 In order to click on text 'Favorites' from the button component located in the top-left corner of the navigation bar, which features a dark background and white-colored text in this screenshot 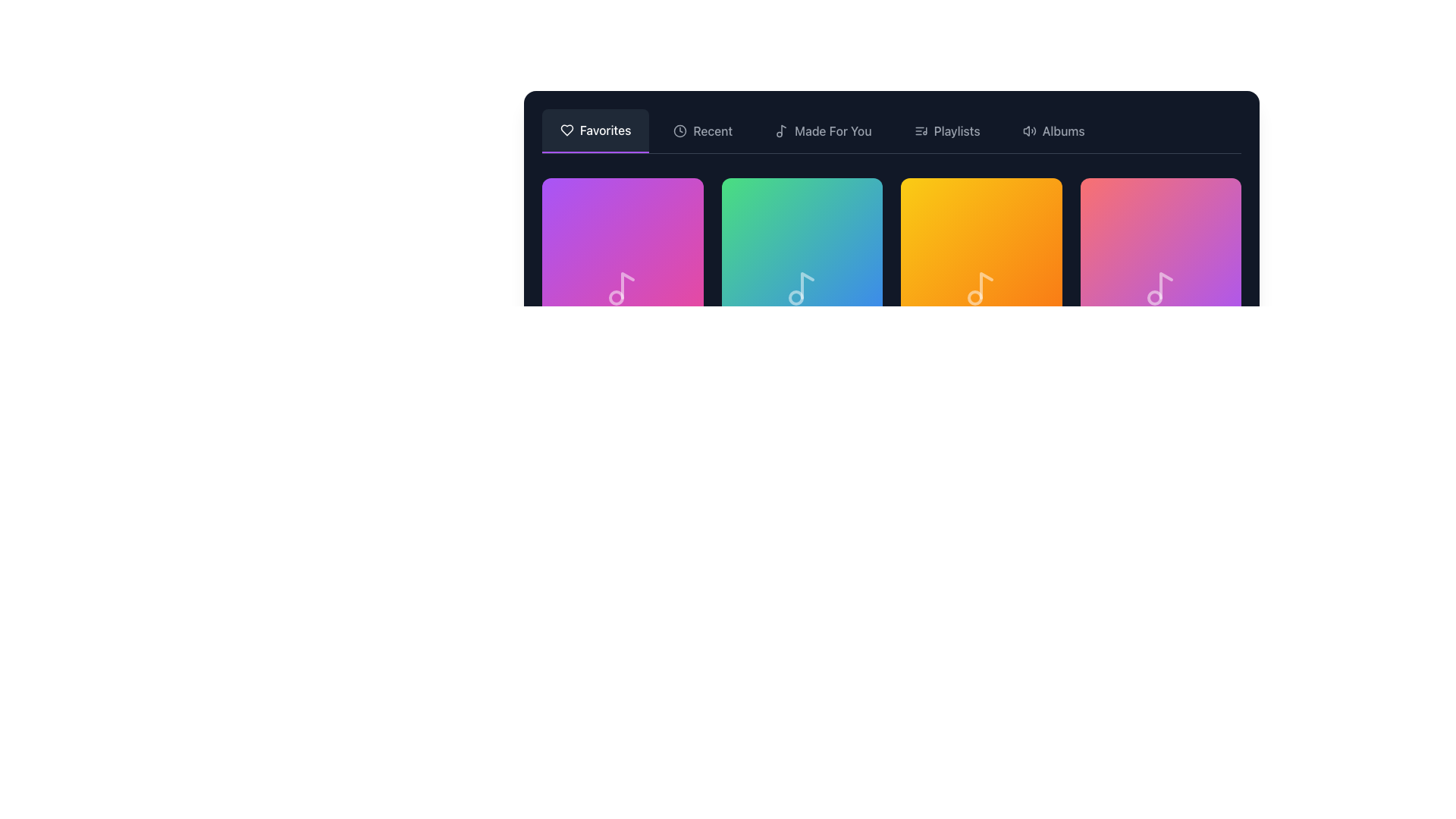, I will do `click(604, 130)`.